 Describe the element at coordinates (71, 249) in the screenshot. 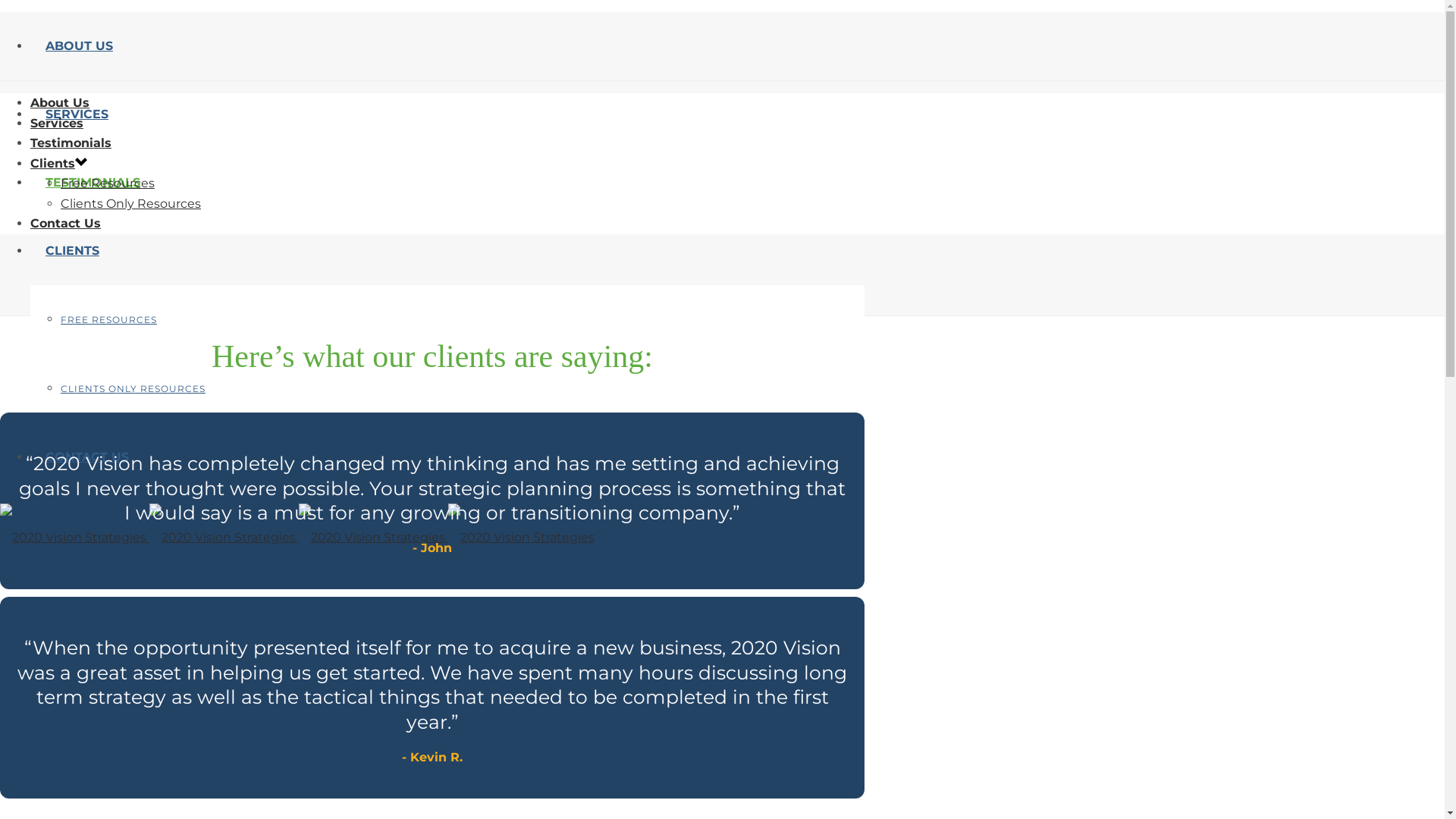

I see `'CLIENTS'` at that location.